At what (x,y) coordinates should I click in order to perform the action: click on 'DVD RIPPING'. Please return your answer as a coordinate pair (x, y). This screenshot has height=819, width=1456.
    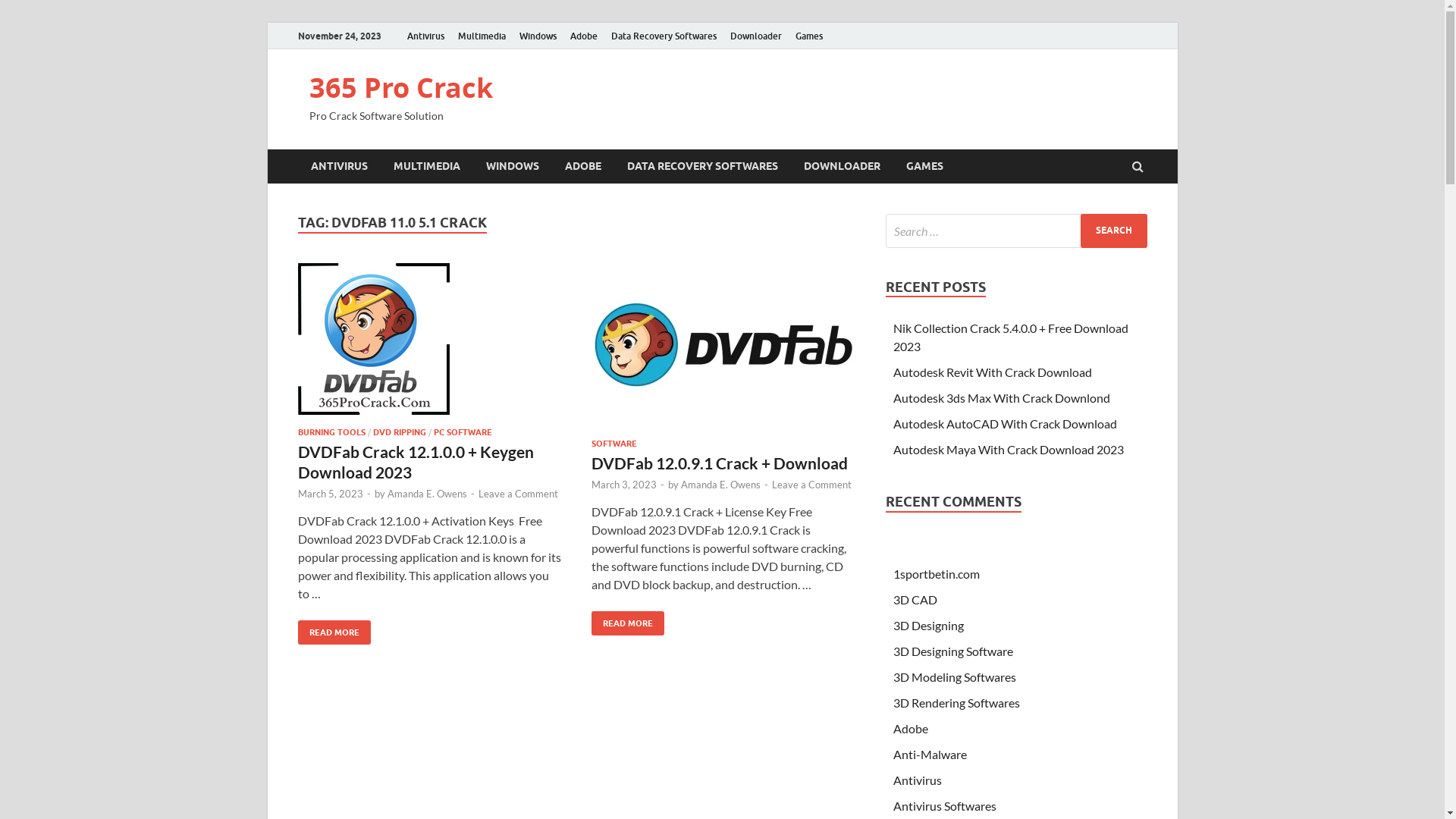
    Looking at the image, I should click on (400, 432).